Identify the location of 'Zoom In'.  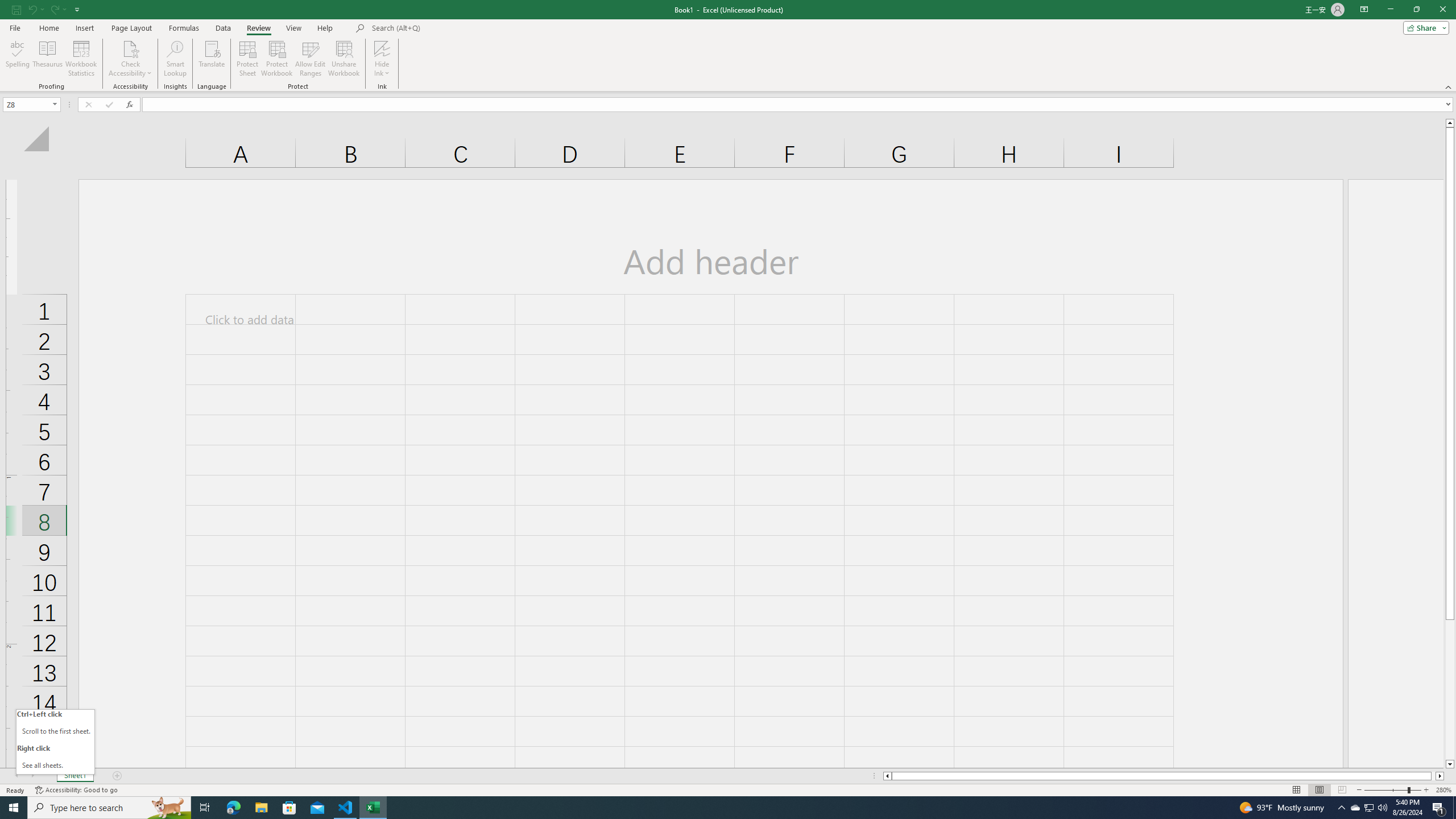
(1426, 790).